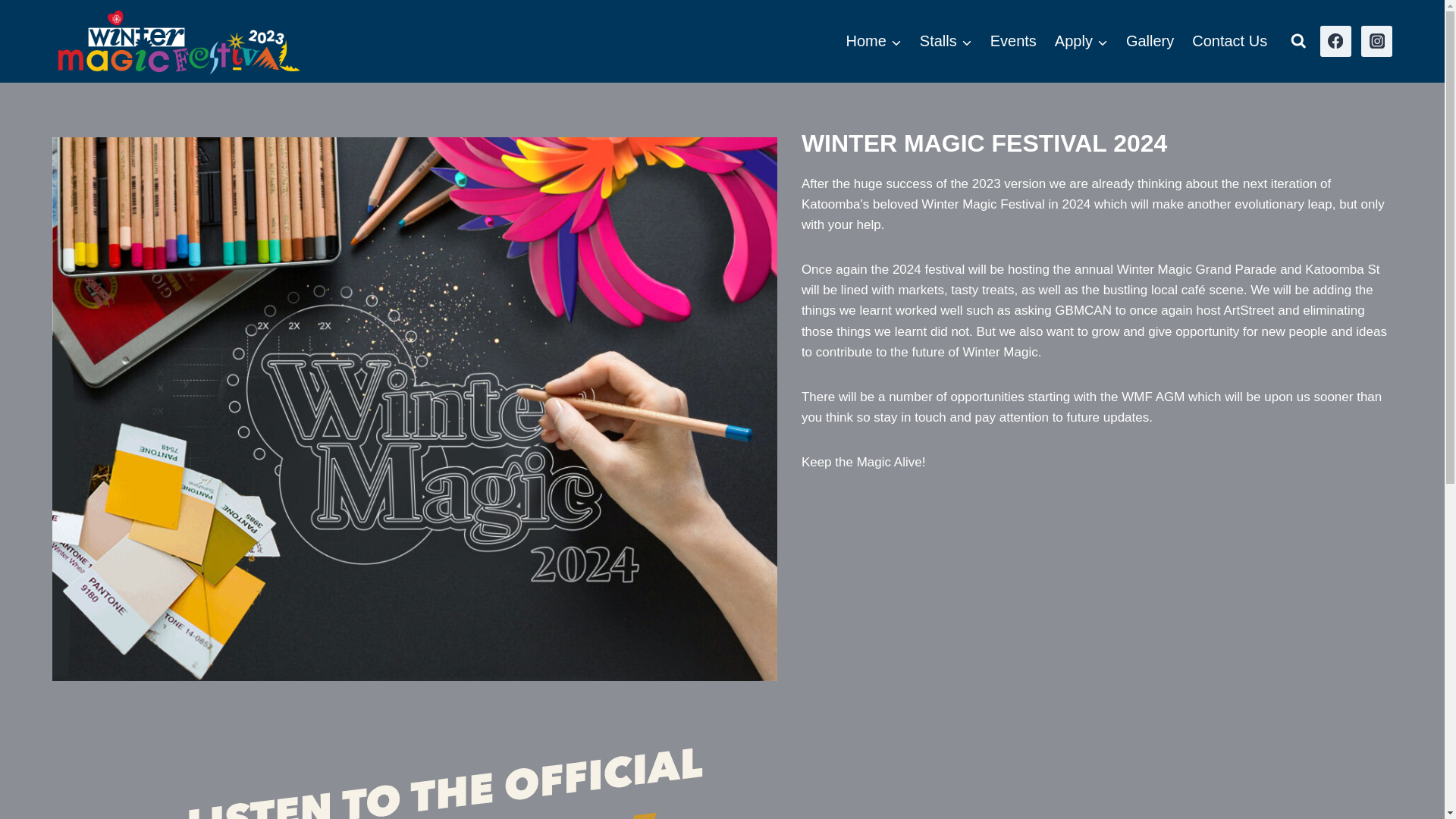  What do you see at coordinates (873, 40) in the screenshot?
I see `'Home'` at bounding box center [873, 40].